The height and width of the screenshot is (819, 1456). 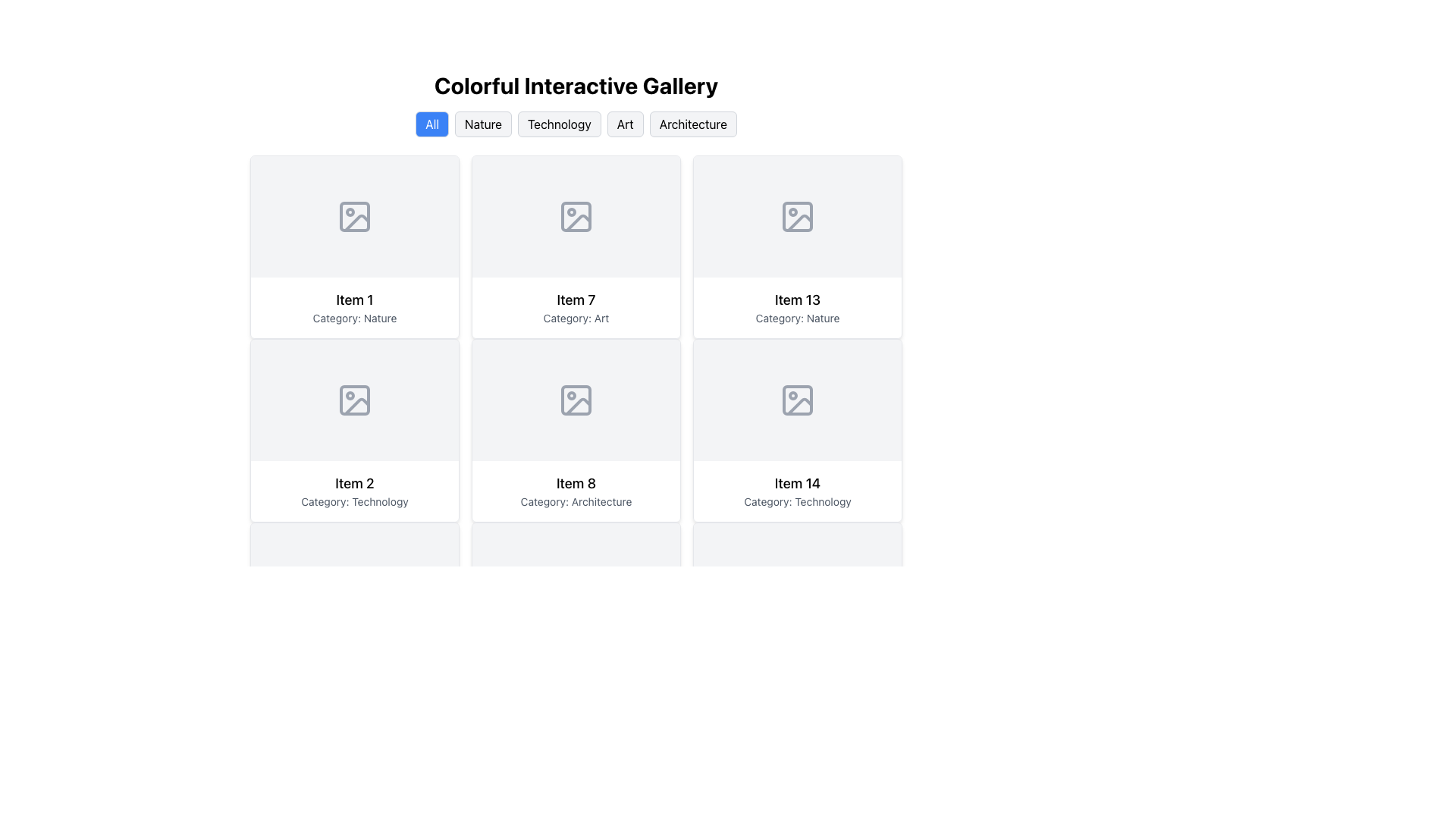 I want to click on the button associated with 'Item 7' in the Art category, so click(x=557, y=246).